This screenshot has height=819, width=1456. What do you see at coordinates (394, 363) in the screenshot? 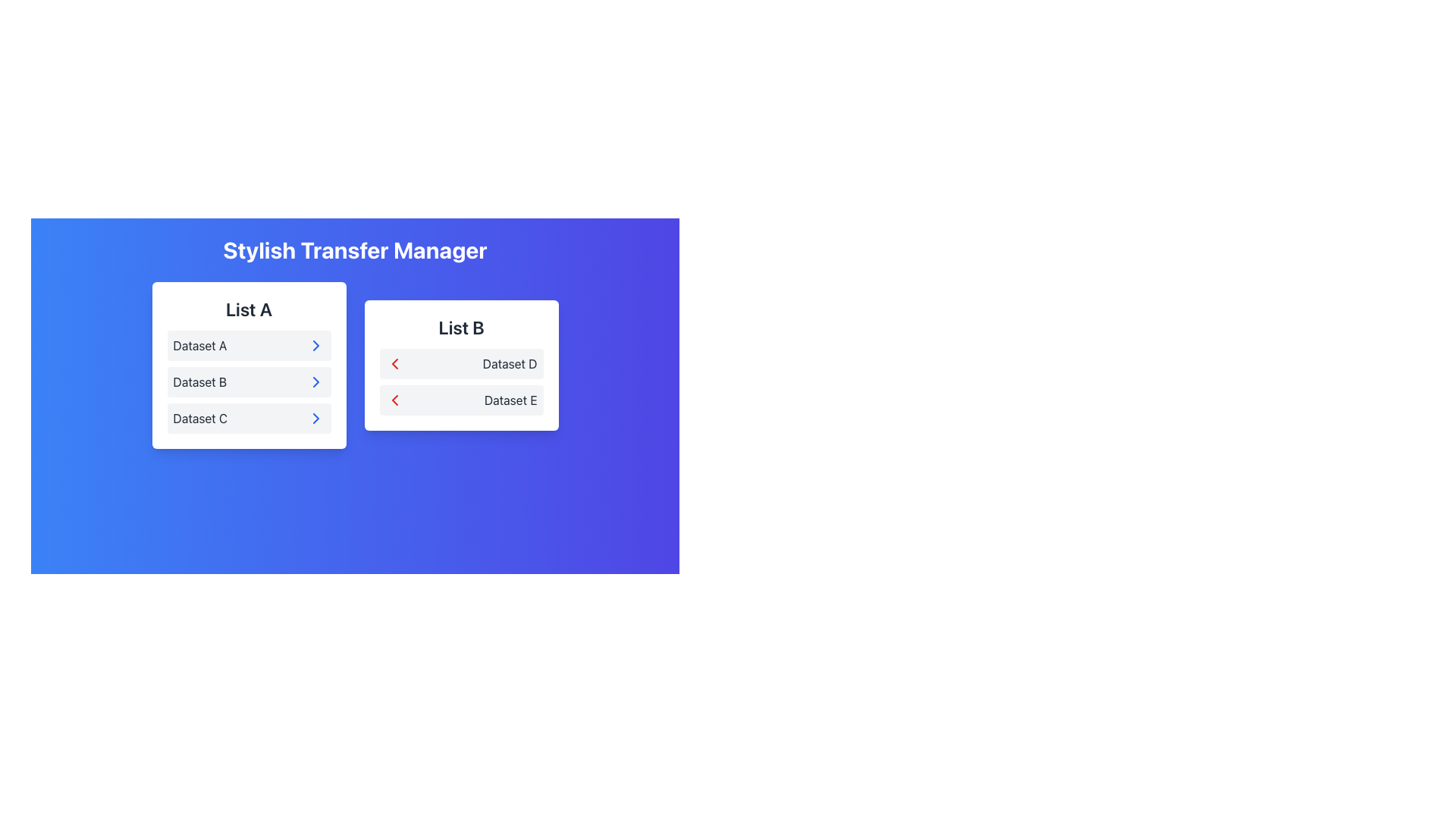
I see `the leftward pointing chevron arrow icon located inside the 'List B' box, adjacent to 'Dataset E'` at bounding box center [394, 363].